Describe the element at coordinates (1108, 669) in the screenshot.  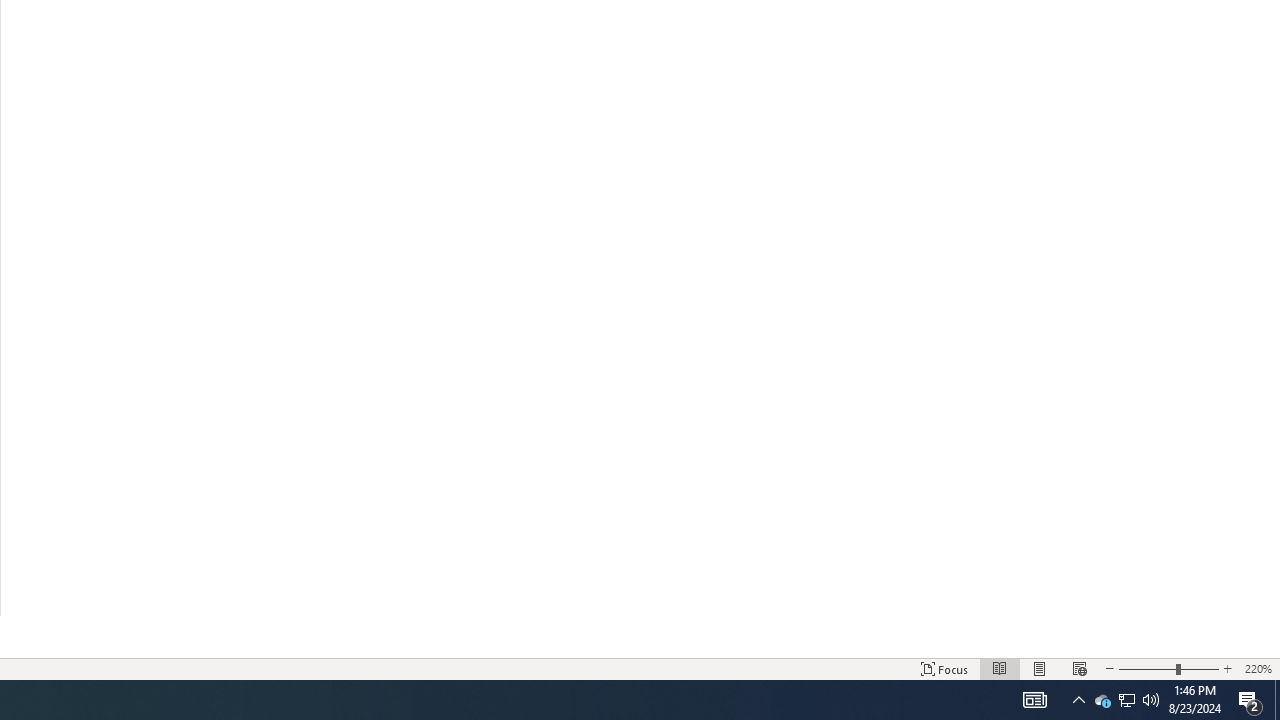
I see `'Decrease Text Size'` at that location.